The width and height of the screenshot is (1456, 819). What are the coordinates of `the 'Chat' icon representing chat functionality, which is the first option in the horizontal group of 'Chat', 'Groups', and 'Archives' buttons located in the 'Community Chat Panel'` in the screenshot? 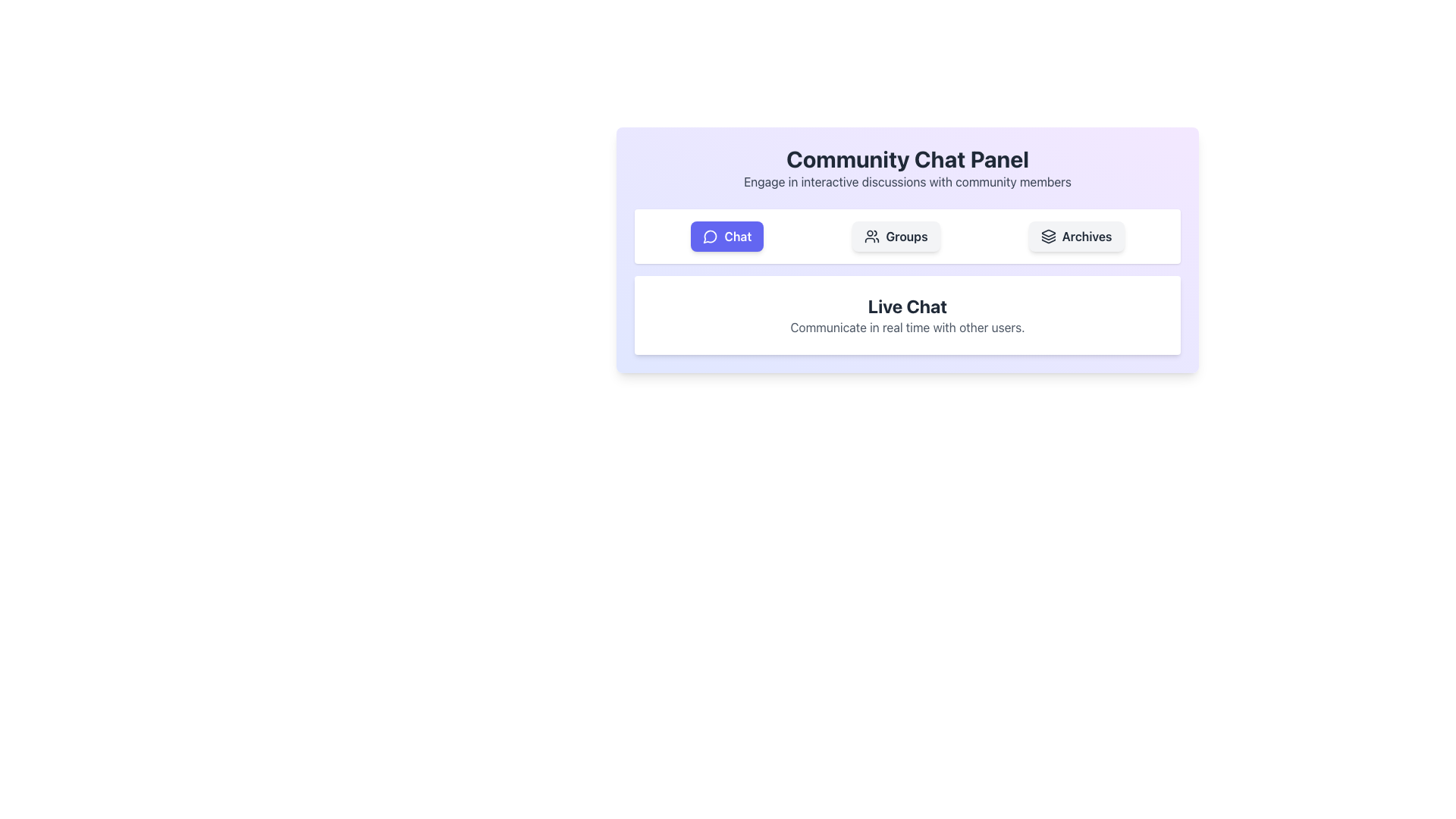 It's located at (710, 237).